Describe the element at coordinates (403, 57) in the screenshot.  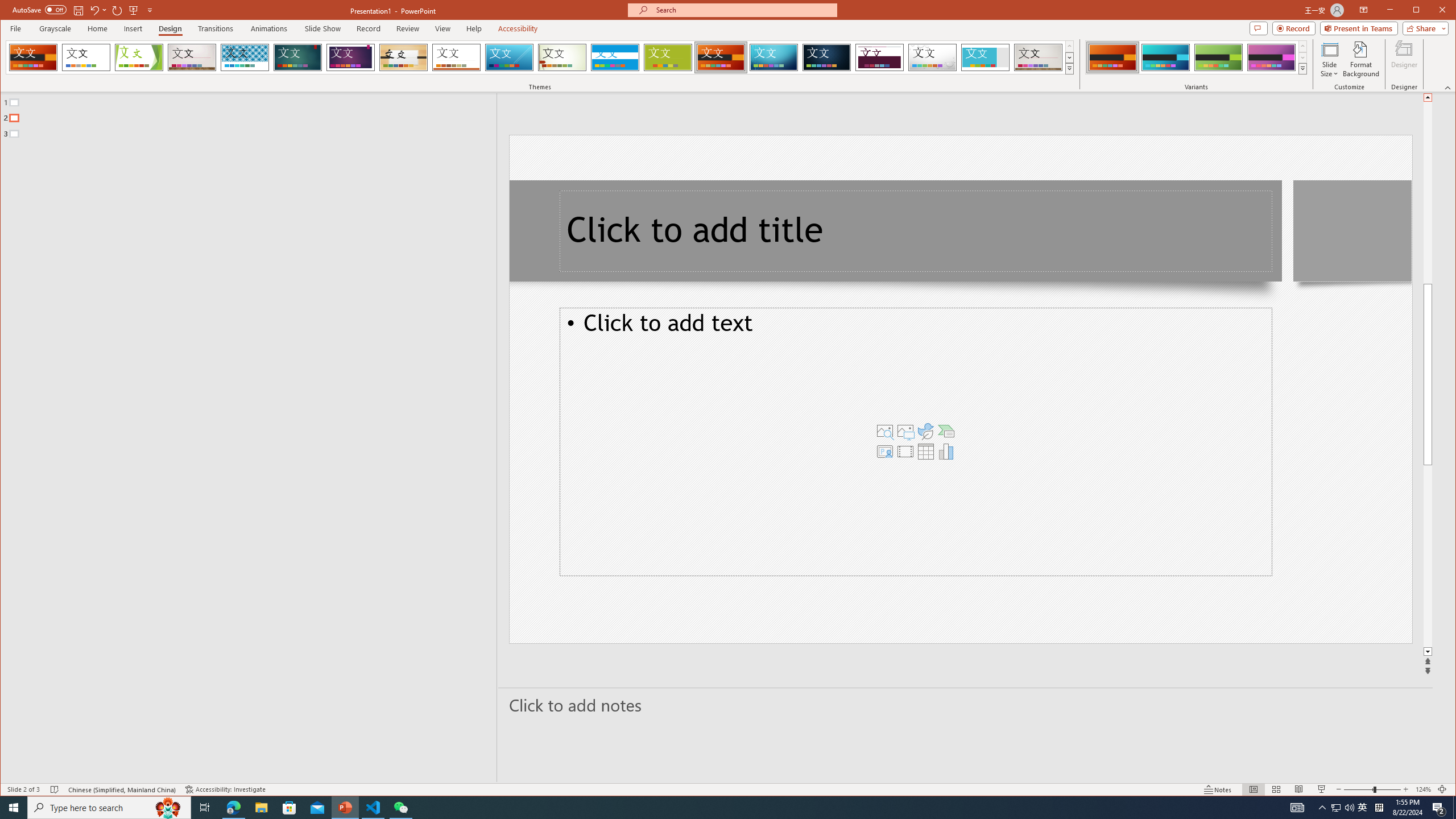
I see `'Organic'` at that location.